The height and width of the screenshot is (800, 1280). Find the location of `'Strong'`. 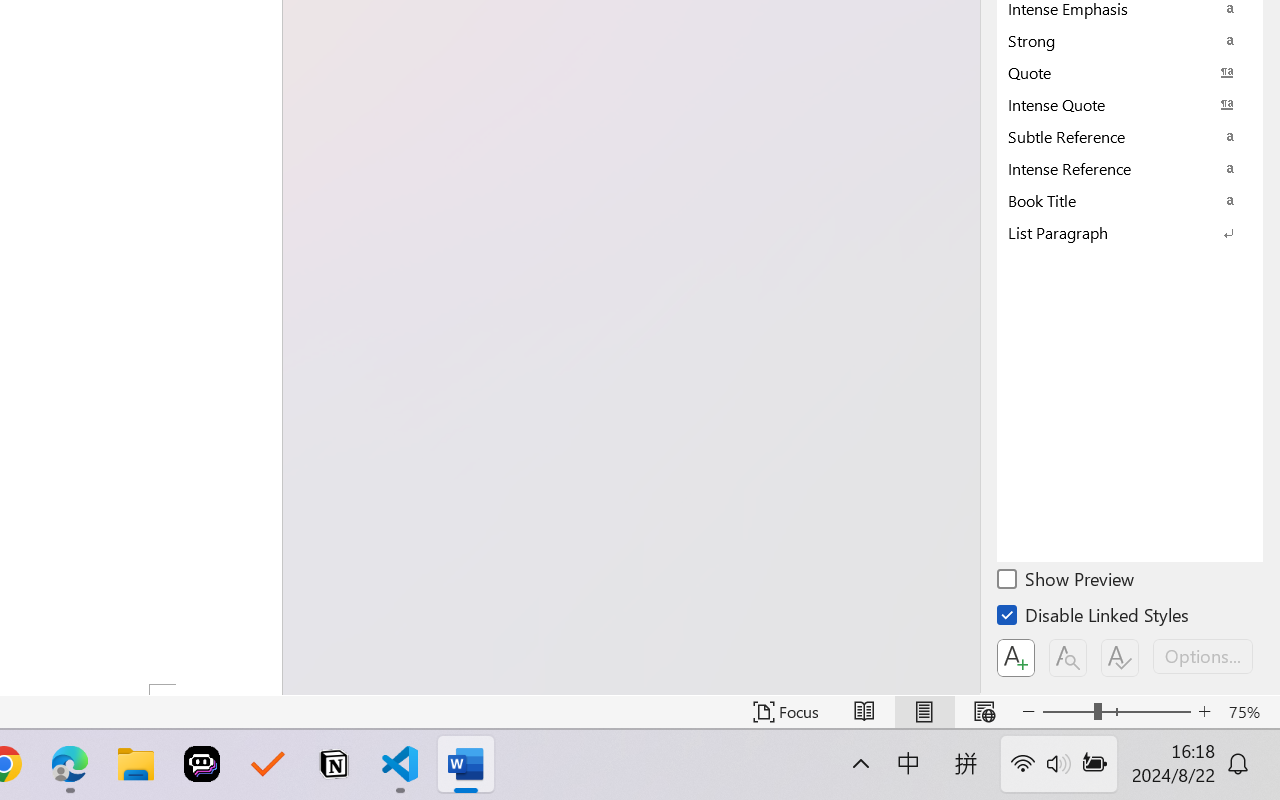

'Strong' is located at coordinates (1130, 39).